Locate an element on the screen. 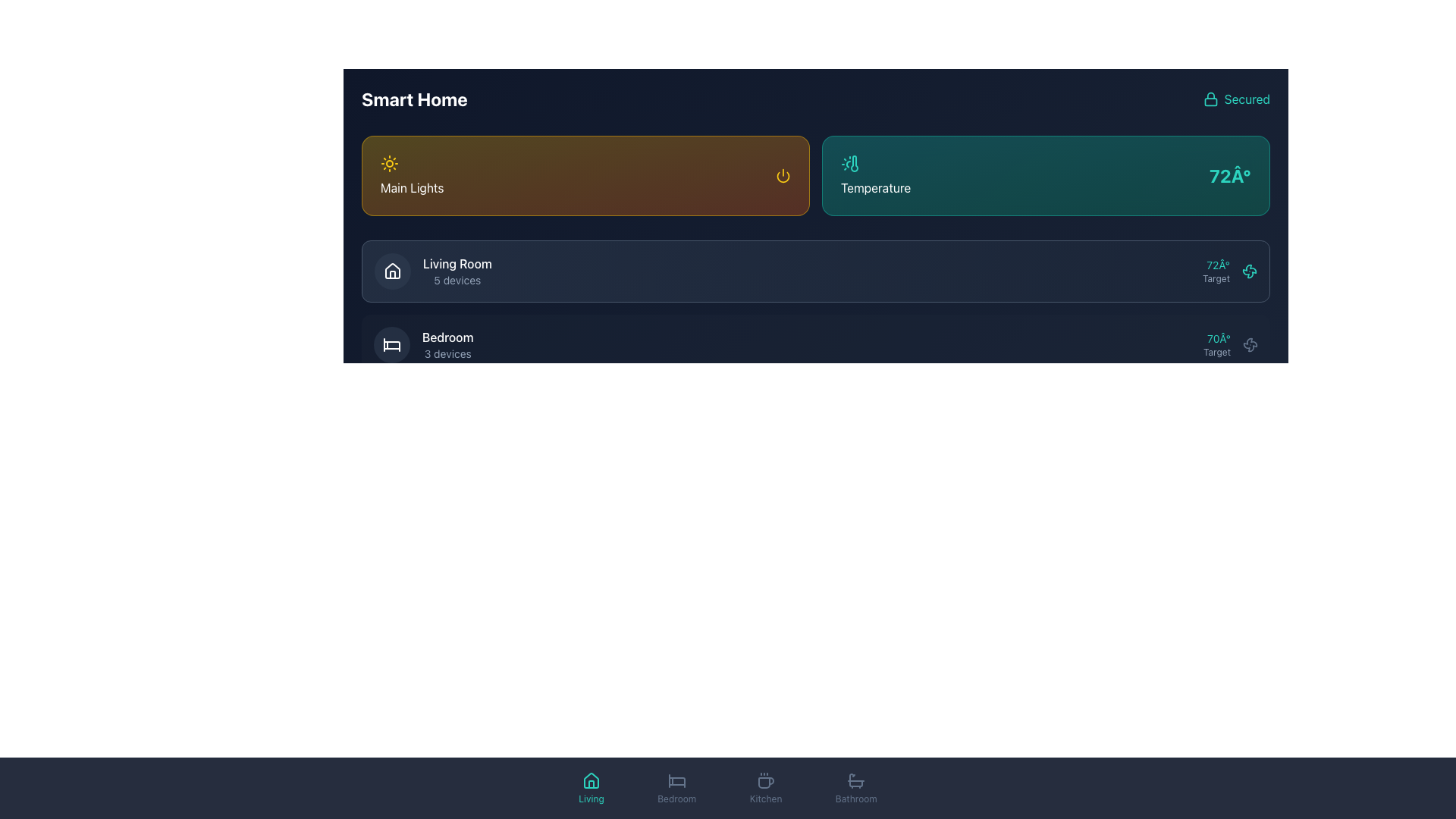  the 'Target' label, which is a small piece of light gray text located below '72°' in the bottom-right region of the central dashboard is located at coordinates (1216, 278).